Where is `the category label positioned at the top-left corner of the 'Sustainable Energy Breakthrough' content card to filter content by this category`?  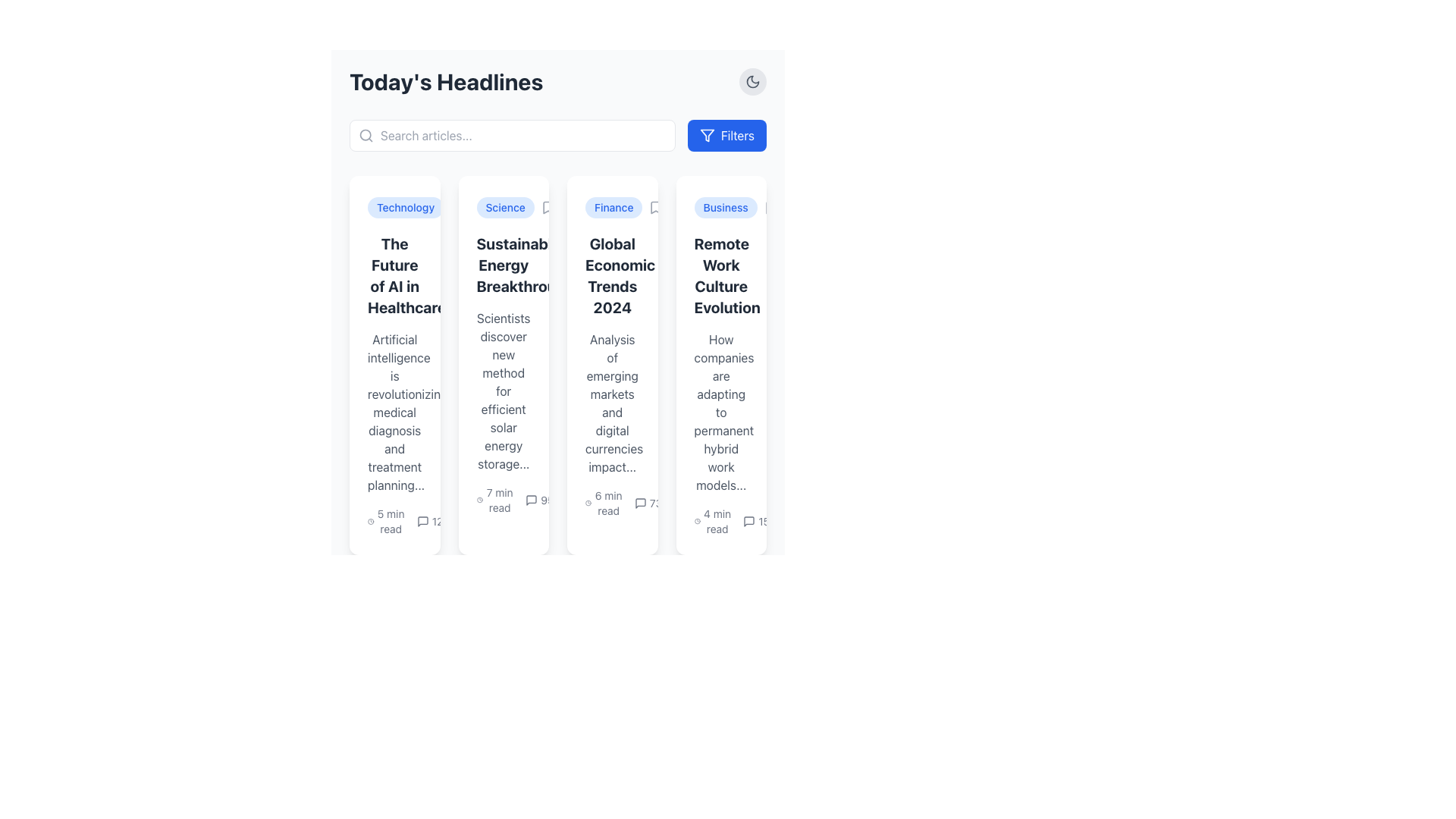
the category label positioned at the top-left corner of the 'Sustainable Energy Breakthrough' content card to filter content by this category is located at coordinates (504, 207).